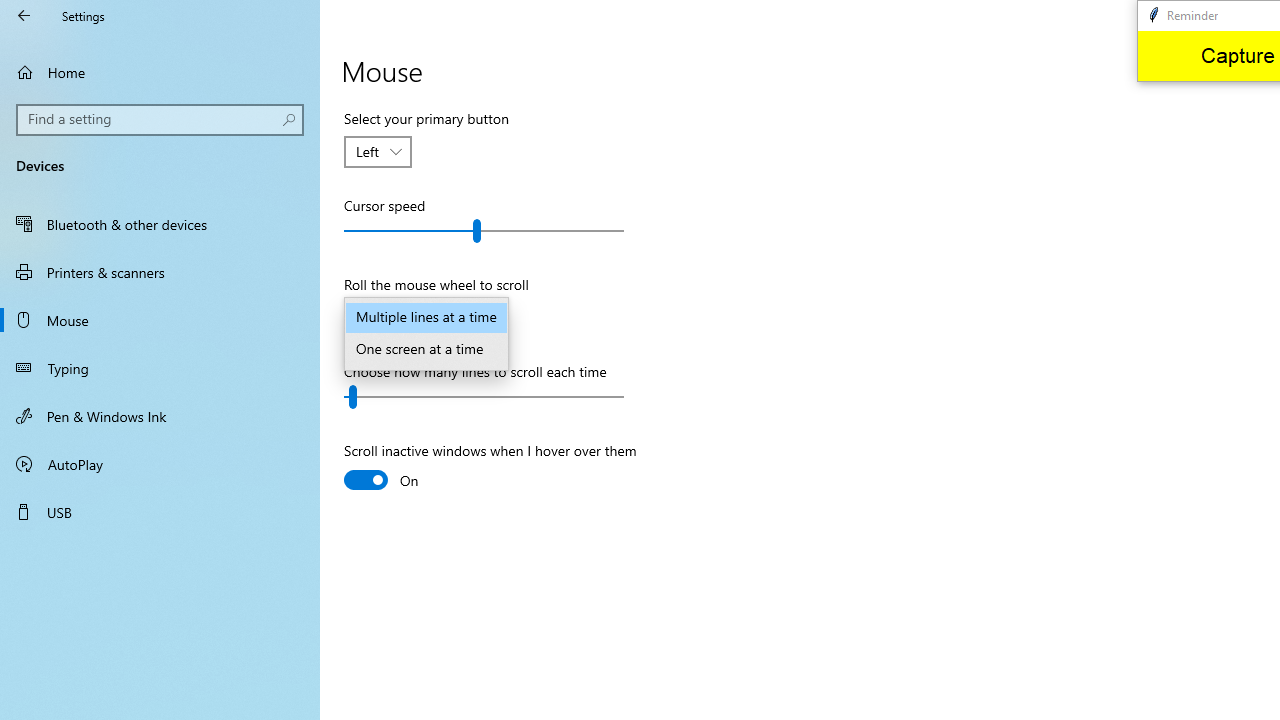  I want to click on 'Scroll inactive windows when I hover over them', so click(490, 468).